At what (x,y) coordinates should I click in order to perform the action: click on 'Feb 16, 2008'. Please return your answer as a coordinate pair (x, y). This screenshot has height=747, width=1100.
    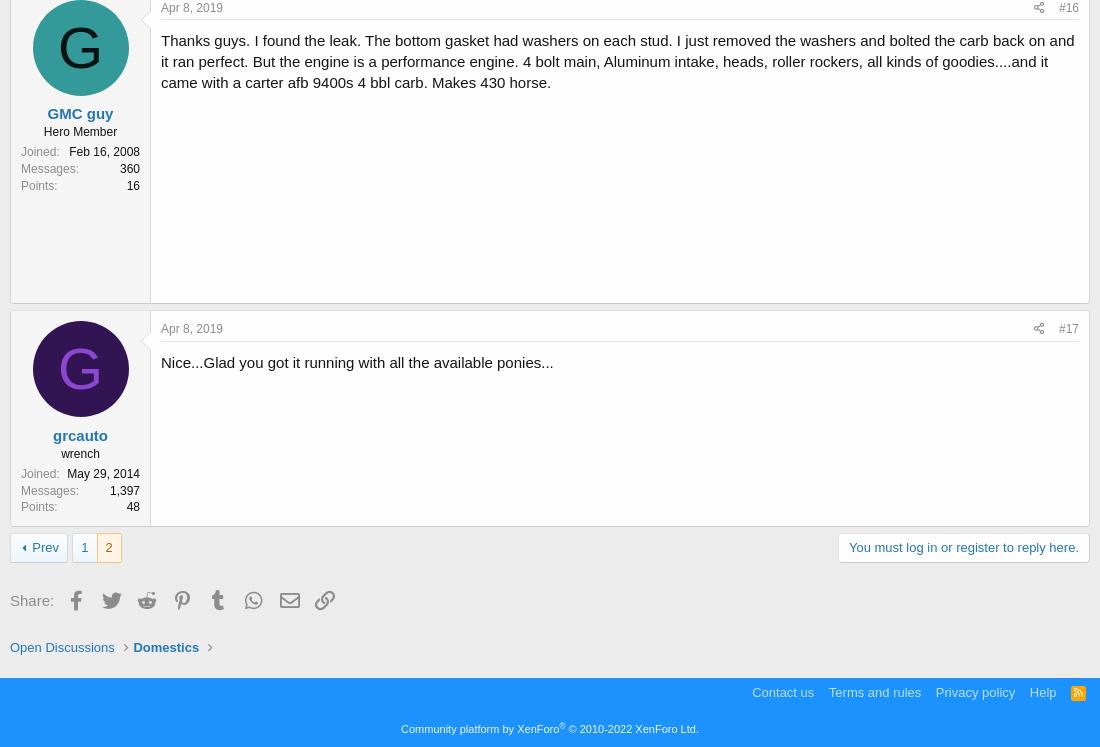
    Looking at the image, I should click on (104, 149).